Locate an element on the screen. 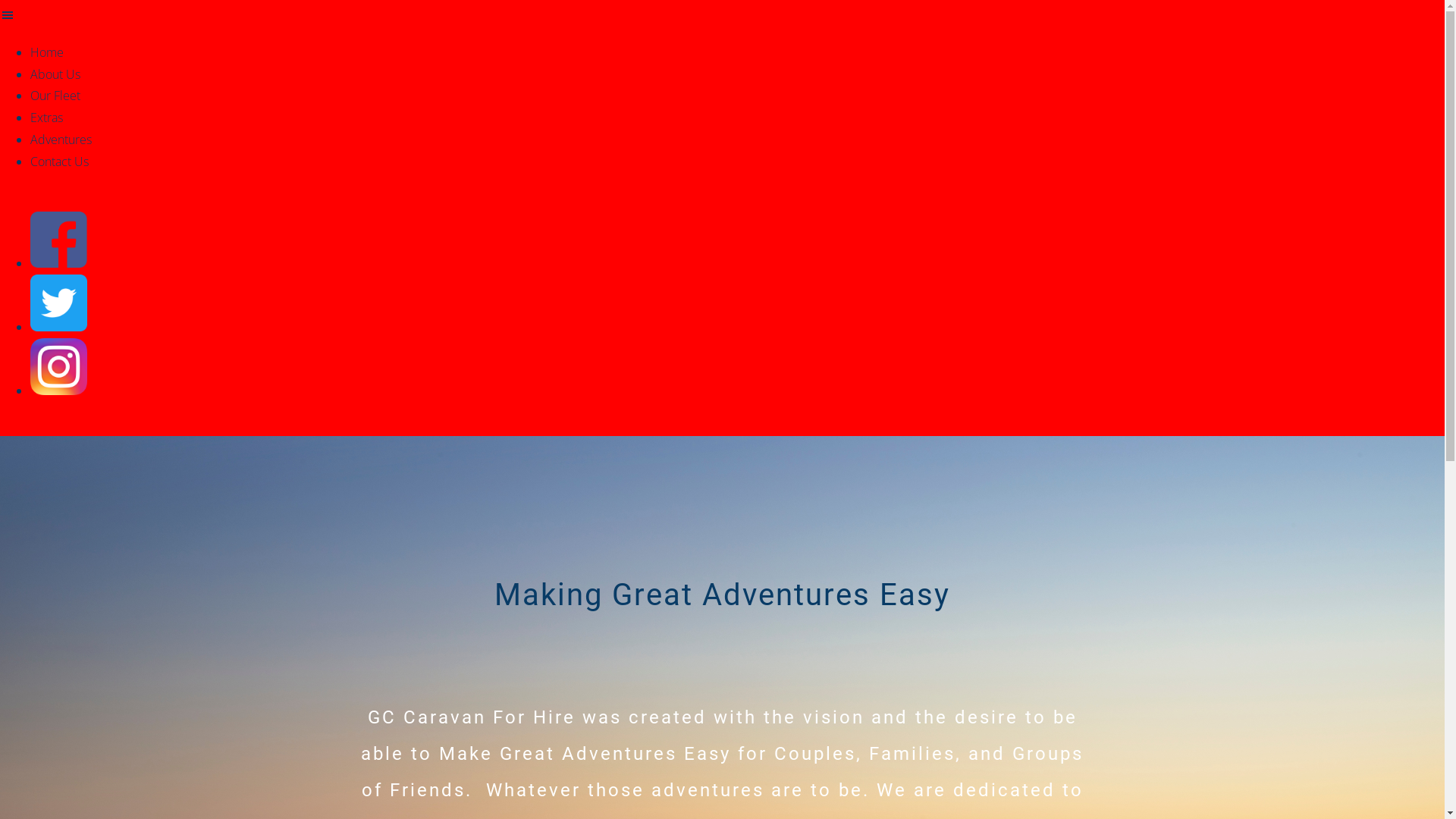  'Adventures' is located at coordinates (61, 140).